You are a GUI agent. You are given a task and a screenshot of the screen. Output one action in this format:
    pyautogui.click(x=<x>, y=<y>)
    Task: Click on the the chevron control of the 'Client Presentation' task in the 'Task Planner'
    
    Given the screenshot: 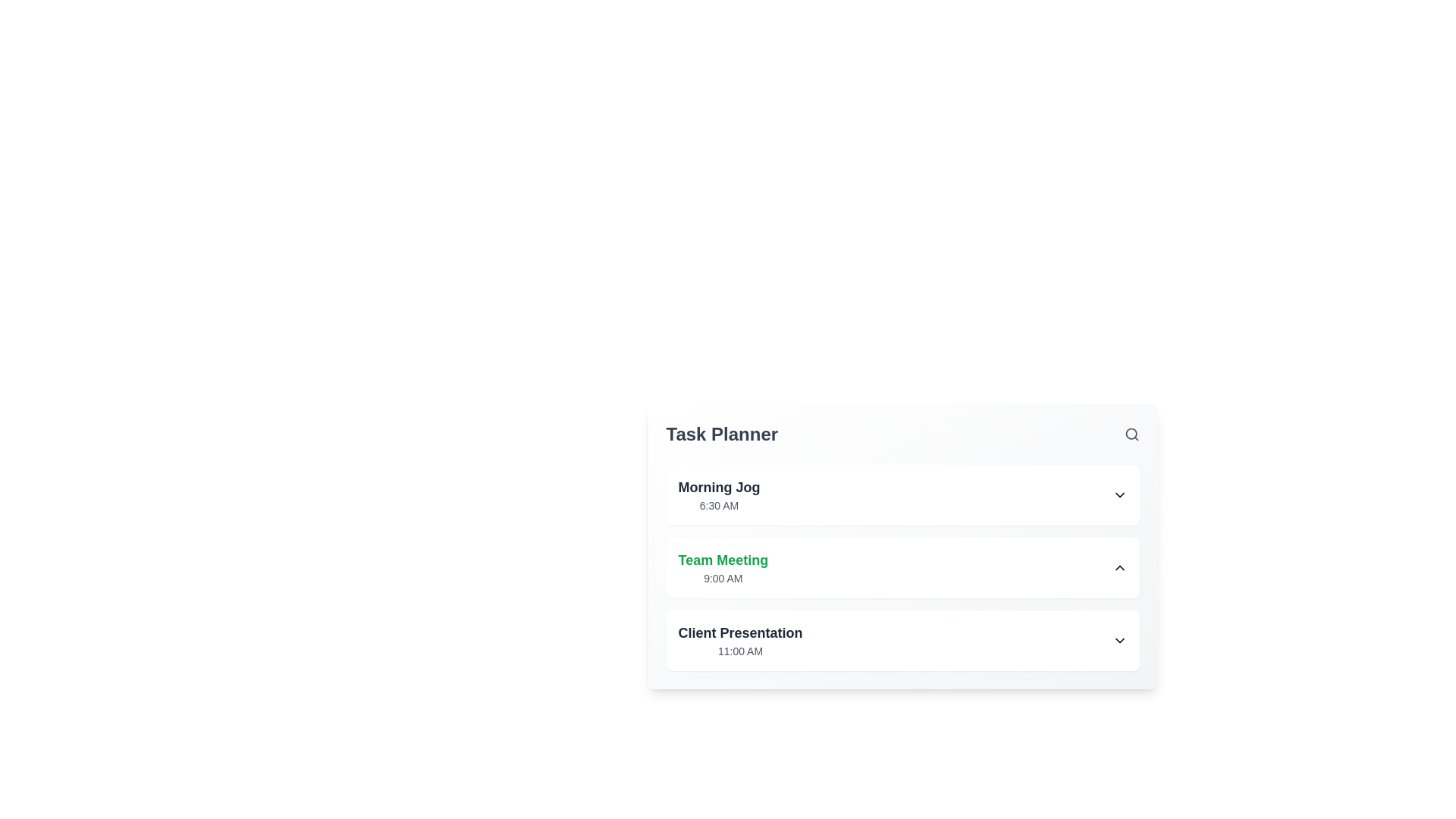 What is the action you would take?
    pyautogui.click(x=902, y=640)
    